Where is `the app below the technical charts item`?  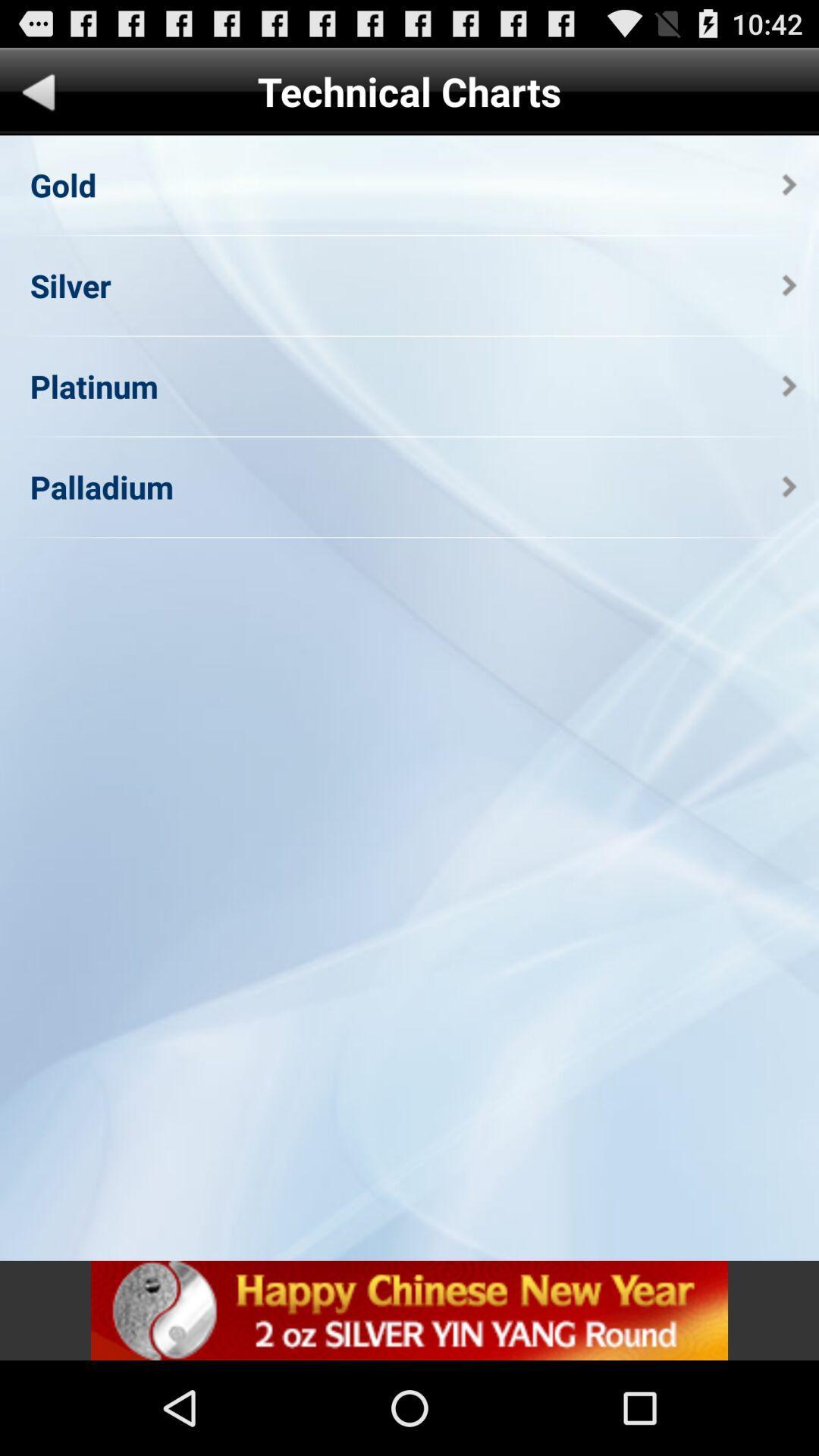 the app below the technical charts item is located at coordinates (789, 184).